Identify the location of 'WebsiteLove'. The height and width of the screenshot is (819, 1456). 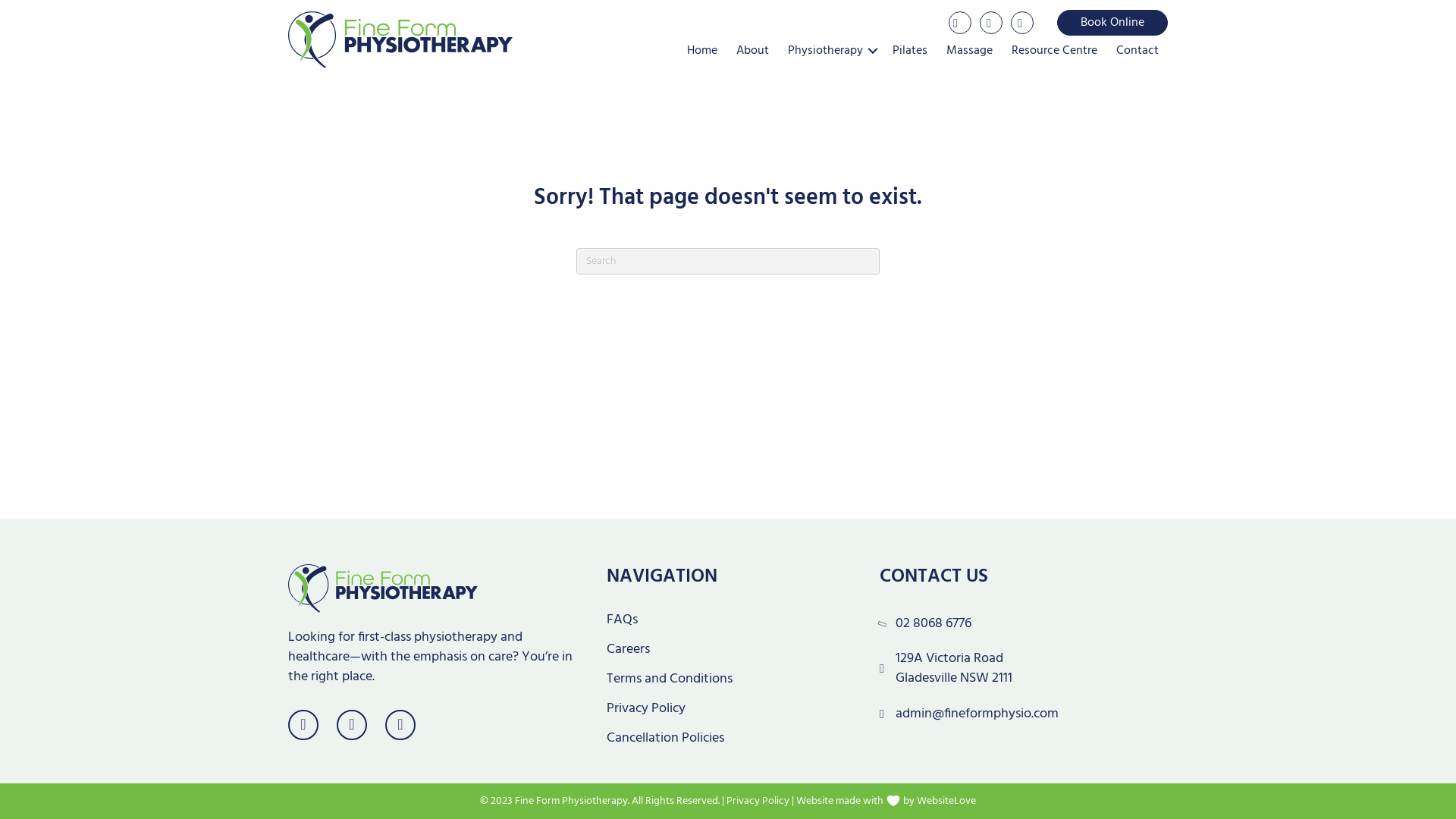
(946, 800).